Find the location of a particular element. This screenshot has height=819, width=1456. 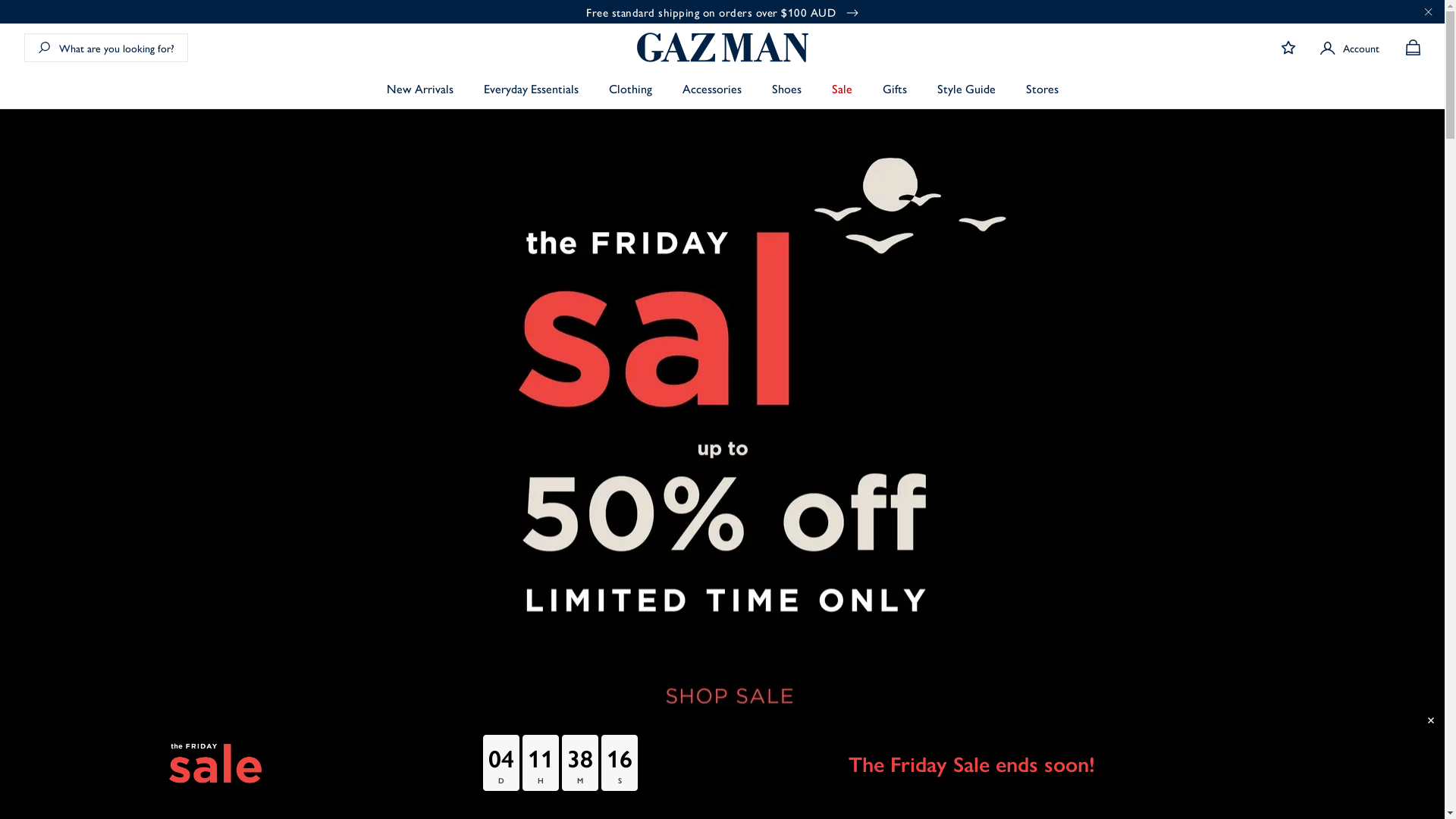

'Style Guide' is located at coordinates (937, 89).